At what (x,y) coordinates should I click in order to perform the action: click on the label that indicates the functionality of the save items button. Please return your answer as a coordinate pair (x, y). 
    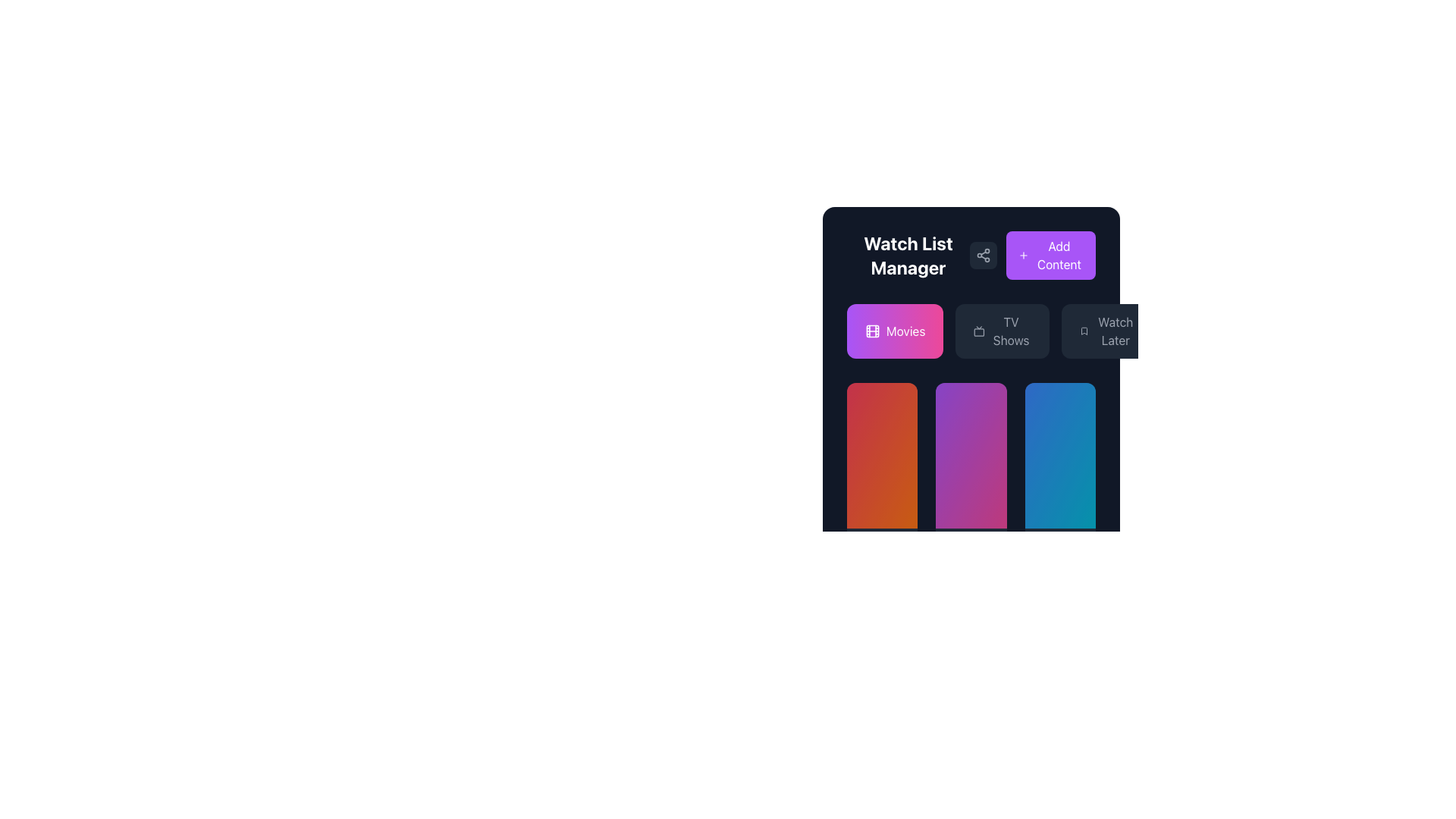
    Looking at the image, I should click on (1116, 330).